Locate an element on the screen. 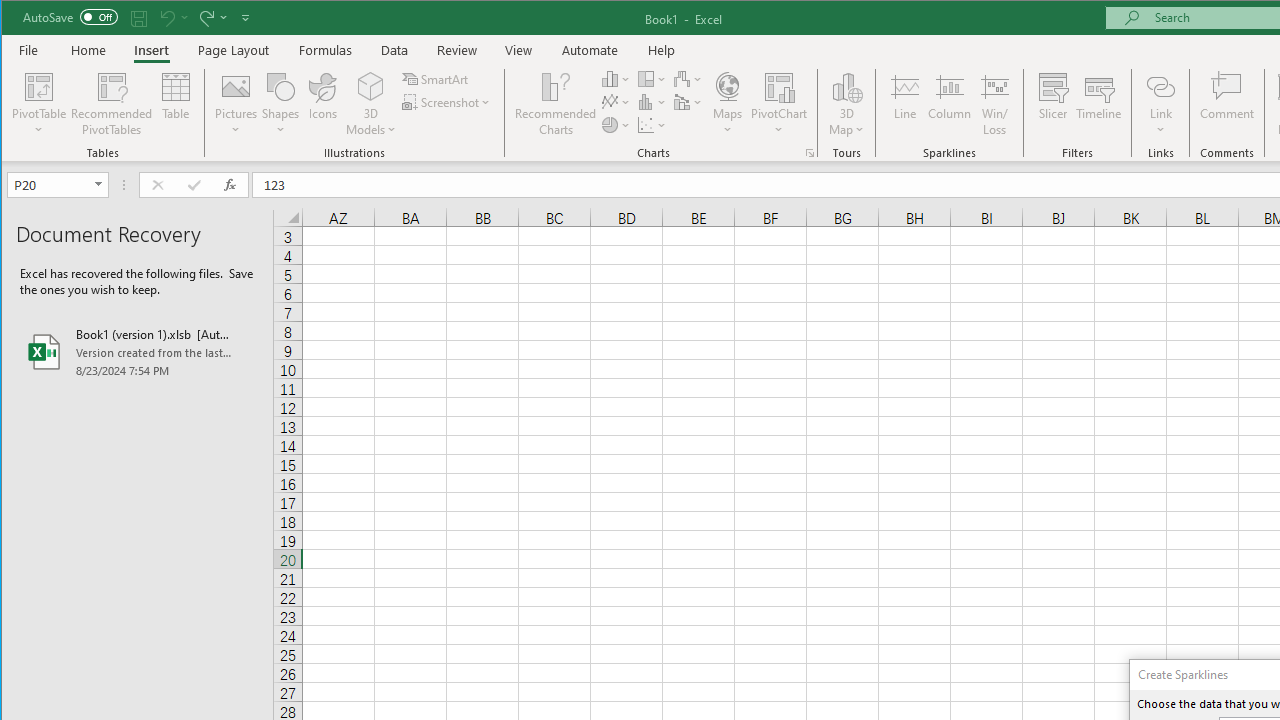 The image size is (1280, 720). 'Pictures' is located at coordinates (236, 104).